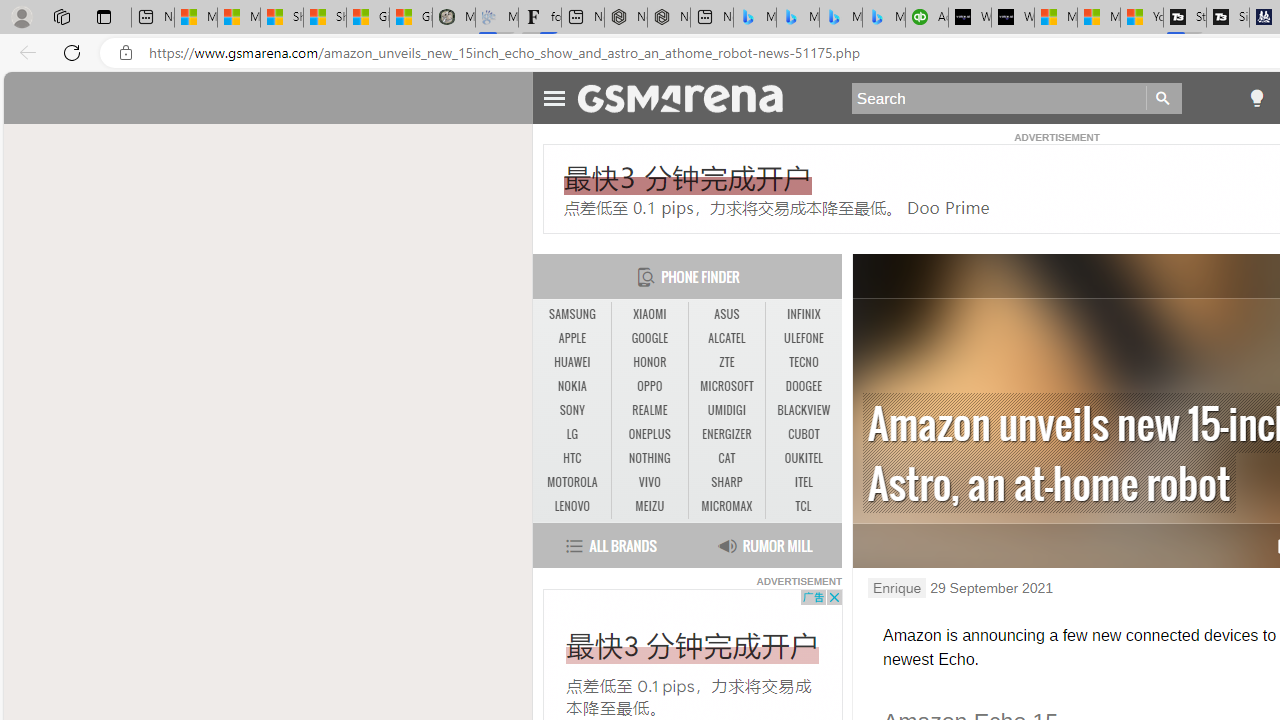 This screenshot has width=1280, height=720. What do you see at coordinates (571, 362) in the screenshot?
I see `'HUAWEI'` at bounding box center [571, 362].